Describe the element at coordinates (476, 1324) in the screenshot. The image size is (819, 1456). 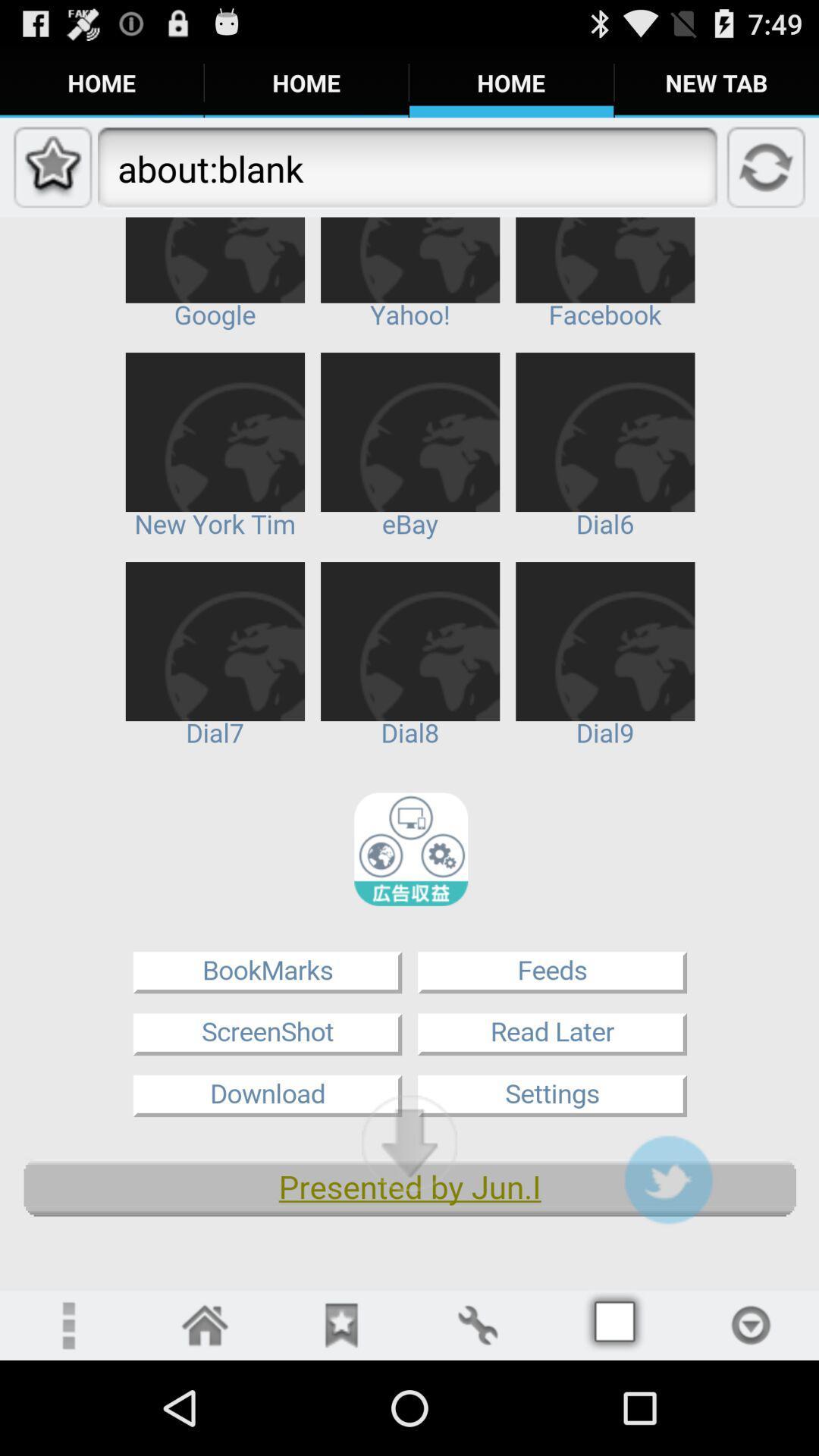
I see `repair work` at that location.